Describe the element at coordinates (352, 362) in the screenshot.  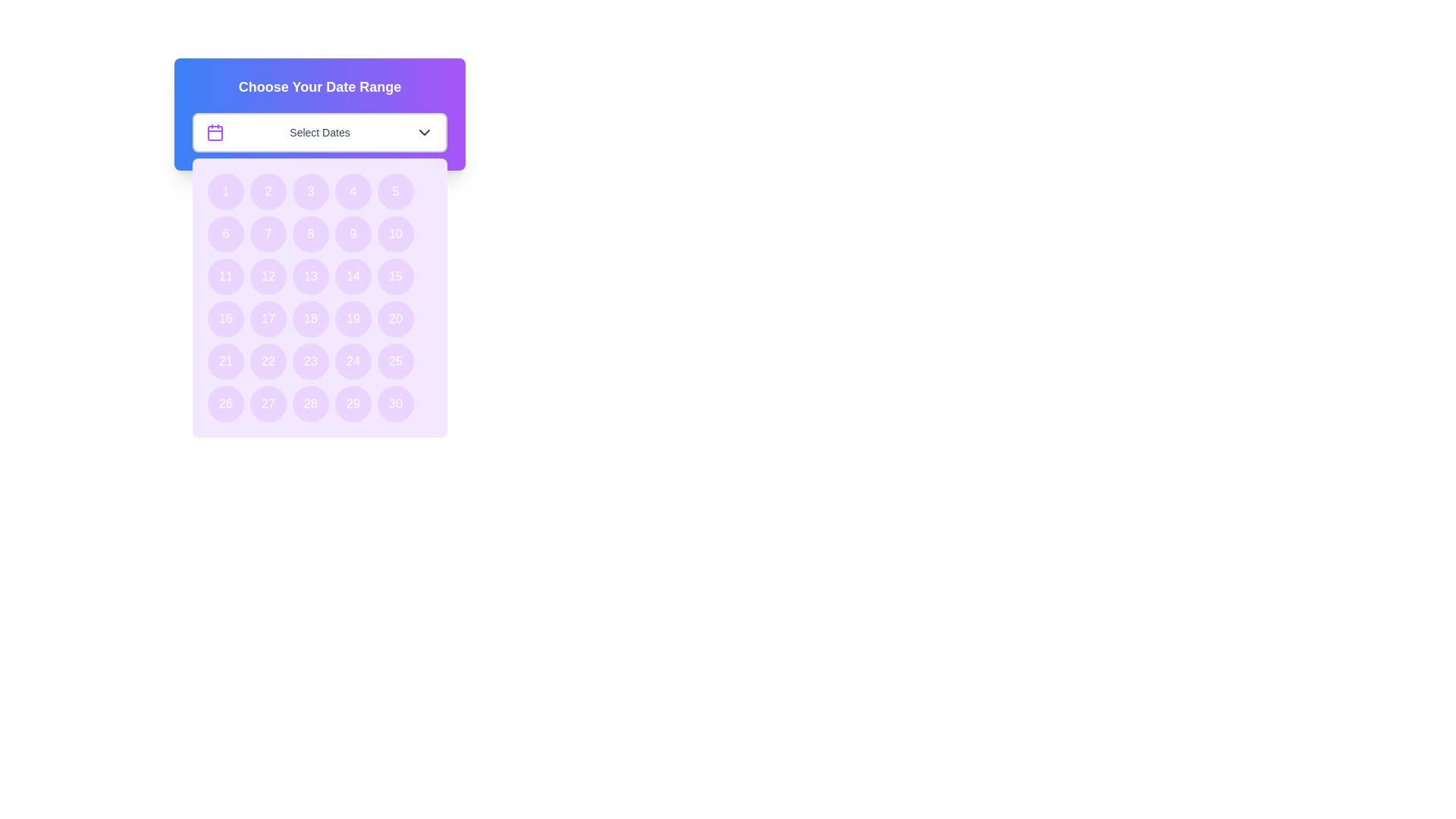
I see `the button representing the selectable date '24' in the calendar interface` at that location.